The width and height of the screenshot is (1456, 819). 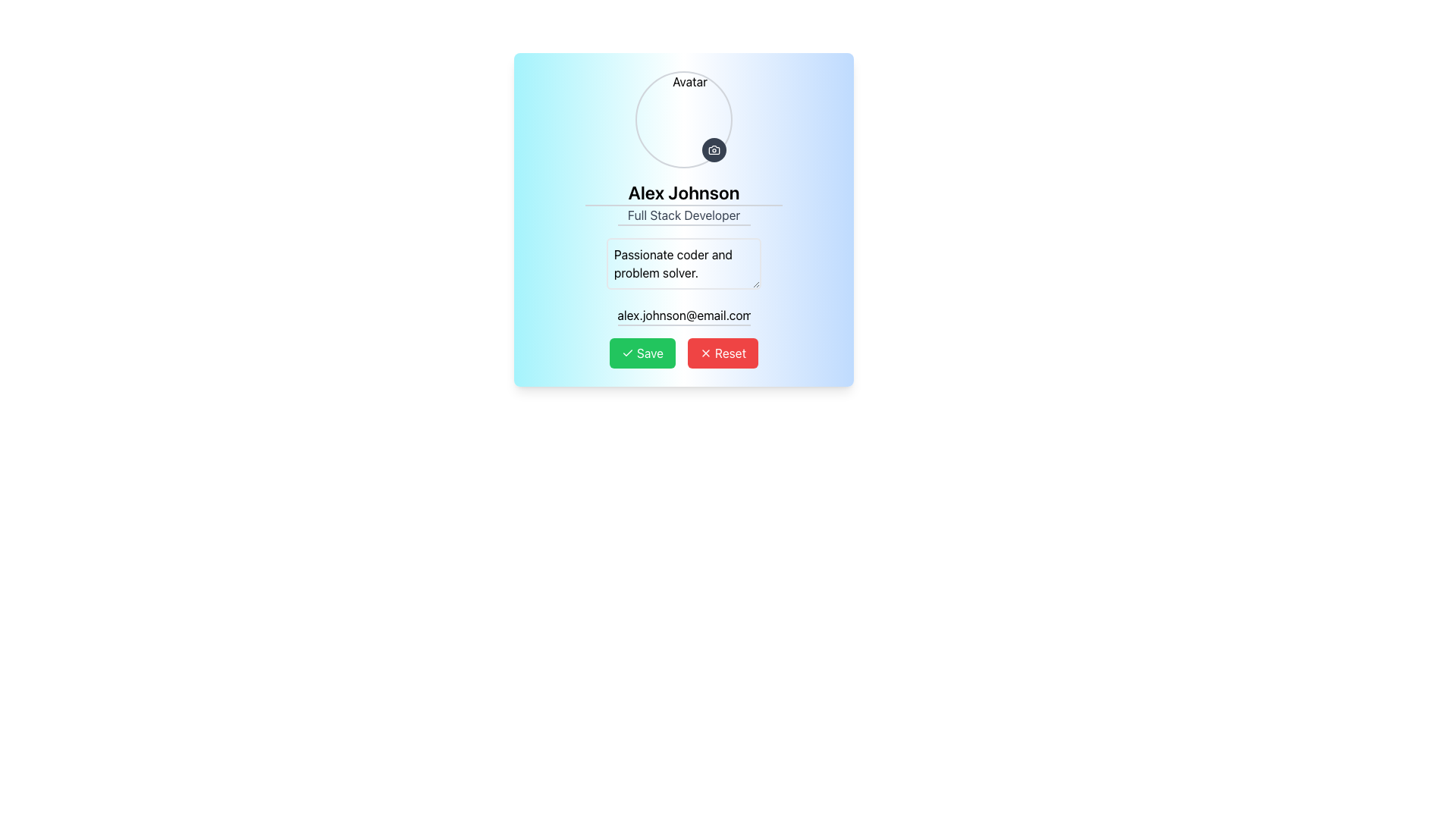 What do you see at coordinates (683, 192) in the screenshot?
I see `the text label that serves as a header or title indicating the name associated with the profile, located centrally within the form structure` at bounding box center [683, 192].